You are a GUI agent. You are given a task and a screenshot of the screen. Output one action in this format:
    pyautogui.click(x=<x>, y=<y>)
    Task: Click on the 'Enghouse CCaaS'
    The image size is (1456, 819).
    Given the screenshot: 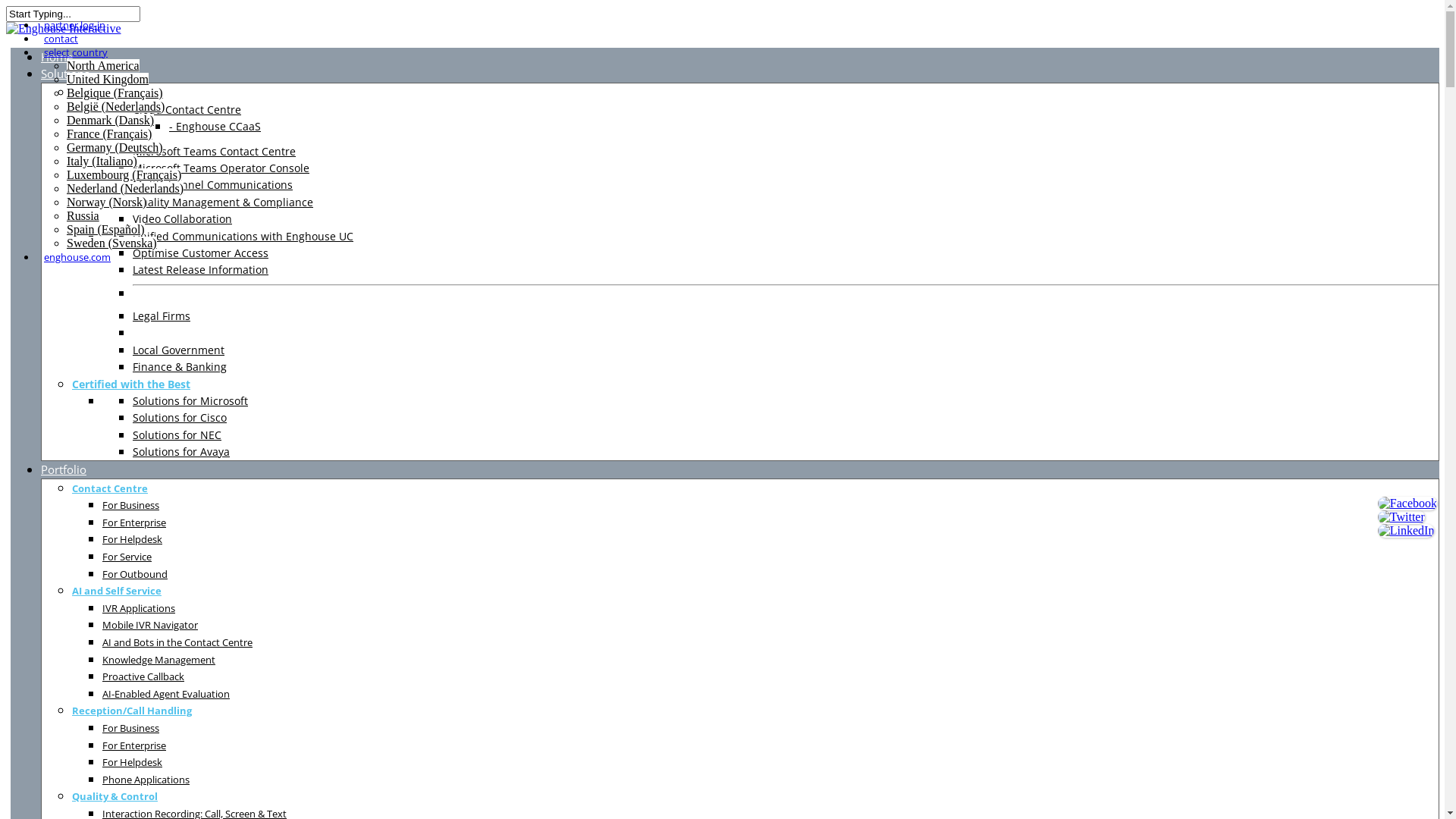 What is the action you would take?
    pyautogui.click(x=214, y=125)
    